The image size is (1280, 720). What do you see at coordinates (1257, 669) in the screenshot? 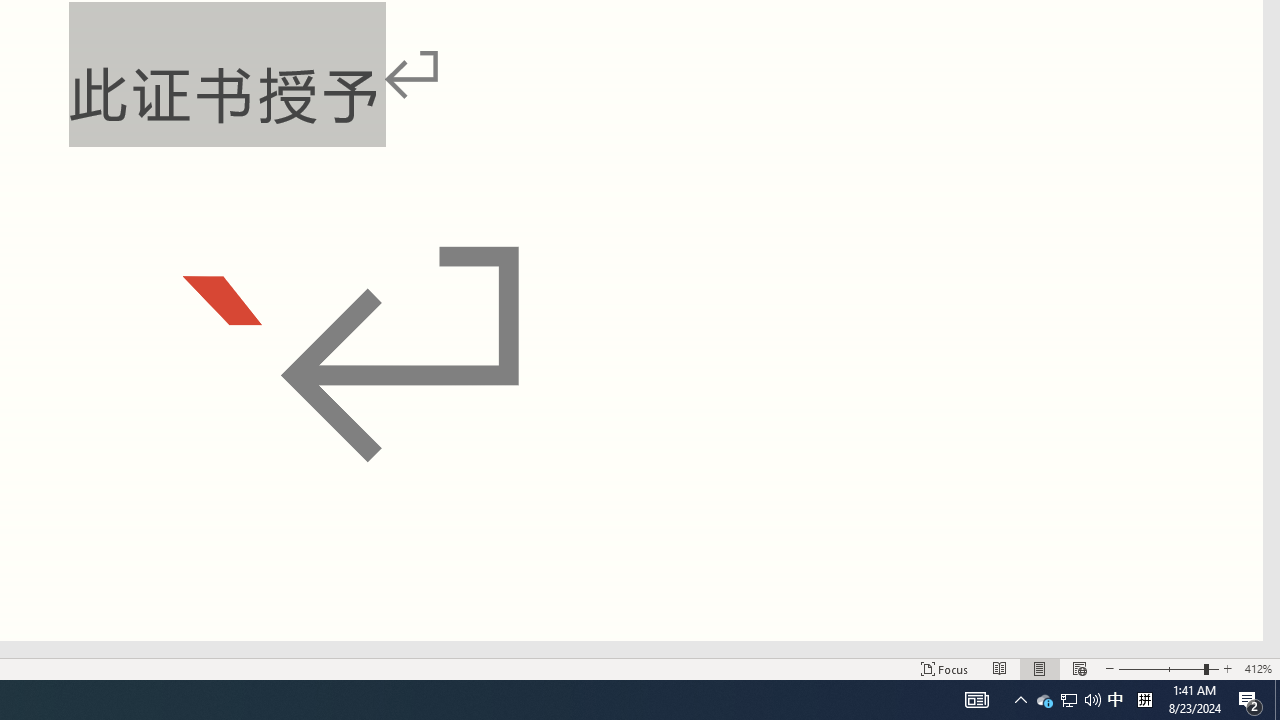
I see `'Zoom 412%'` at bounding box center [1257, 669].